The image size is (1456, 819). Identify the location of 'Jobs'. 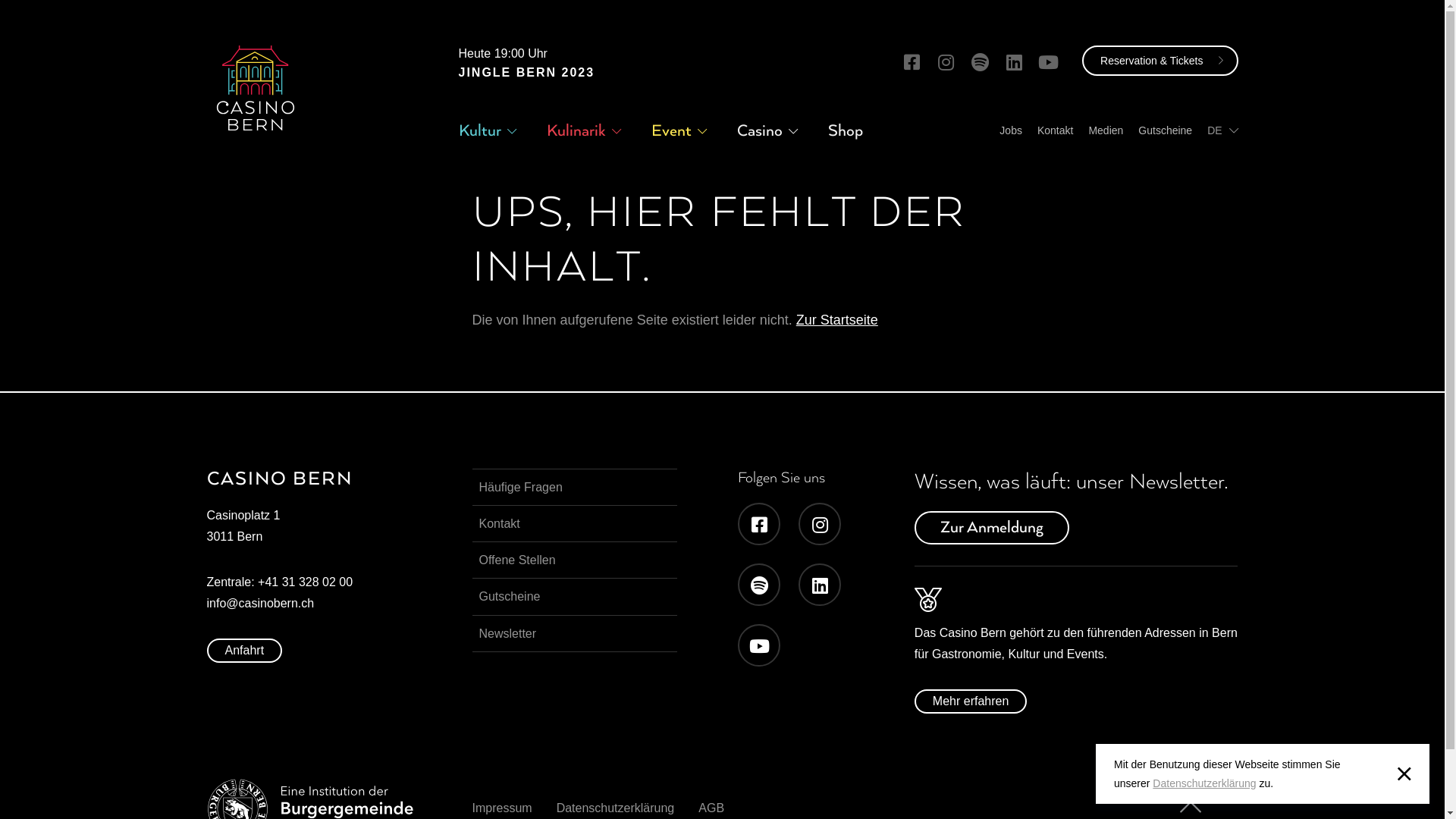
(999, 130).